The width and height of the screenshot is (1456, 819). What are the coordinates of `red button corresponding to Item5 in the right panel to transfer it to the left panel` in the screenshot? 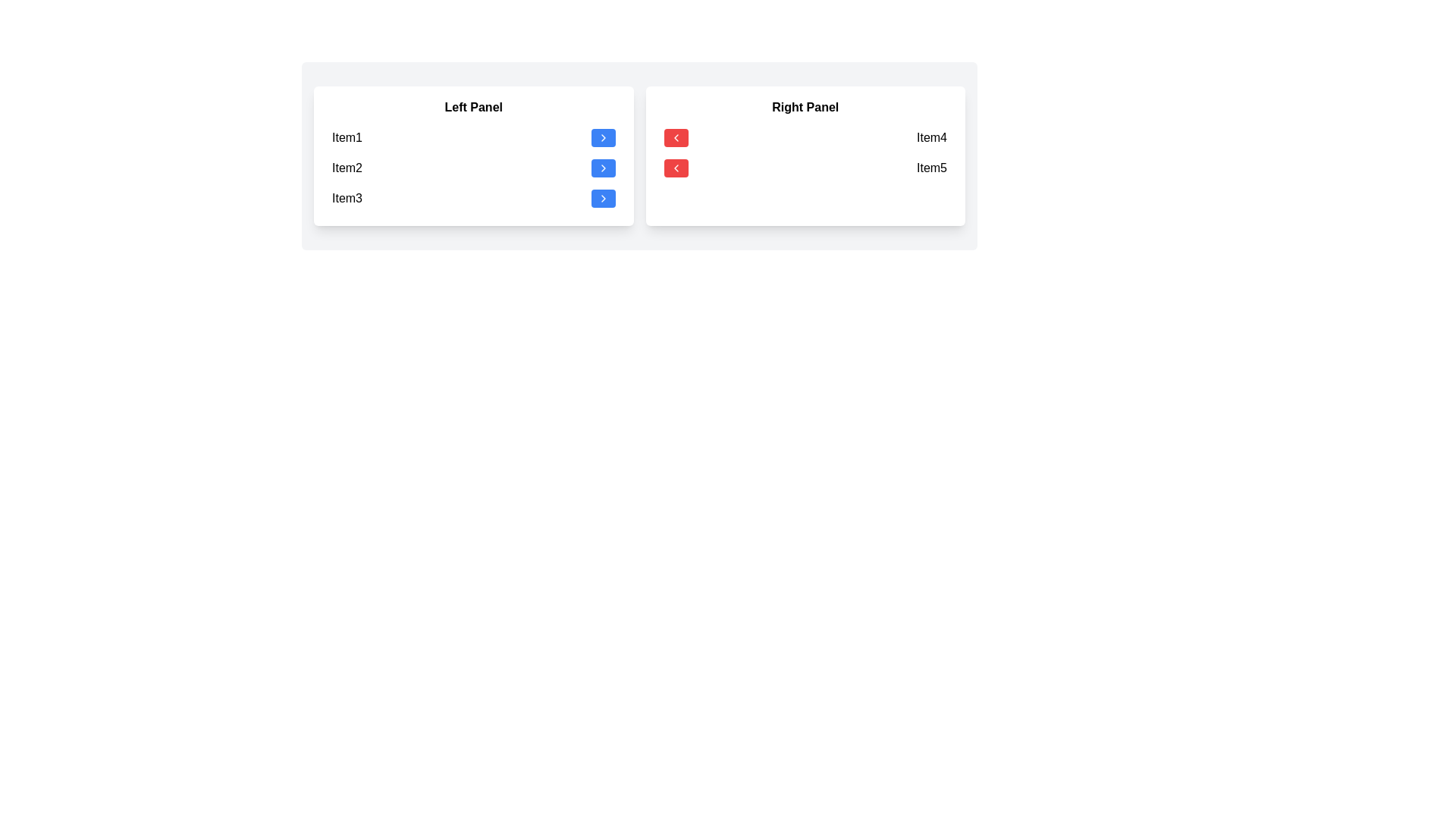 It's located at (675, 168).